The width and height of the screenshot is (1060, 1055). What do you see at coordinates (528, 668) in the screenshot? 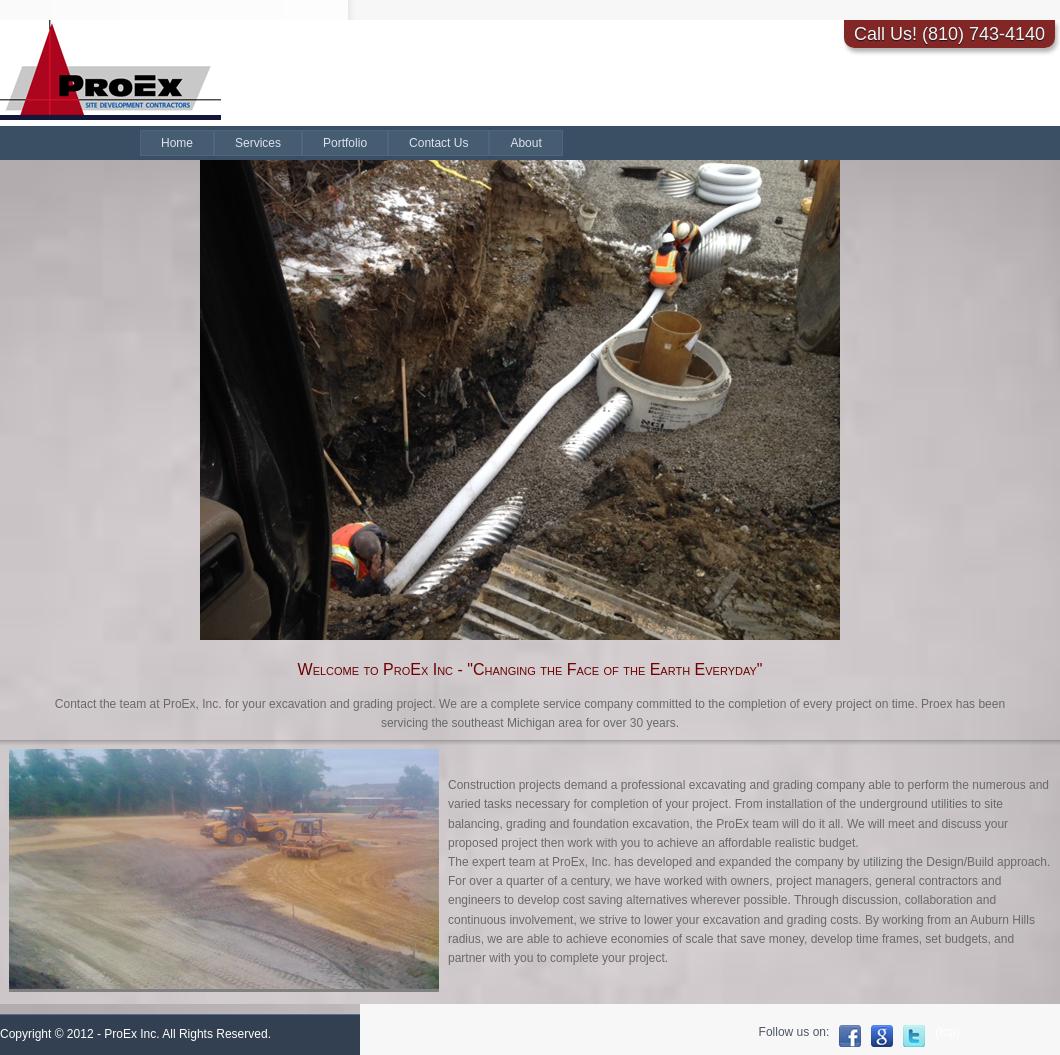
I see `'Welcome to ProEx Inc - "Changing the Face of the Earth Everyday"'` at bounding box center [528, 668].